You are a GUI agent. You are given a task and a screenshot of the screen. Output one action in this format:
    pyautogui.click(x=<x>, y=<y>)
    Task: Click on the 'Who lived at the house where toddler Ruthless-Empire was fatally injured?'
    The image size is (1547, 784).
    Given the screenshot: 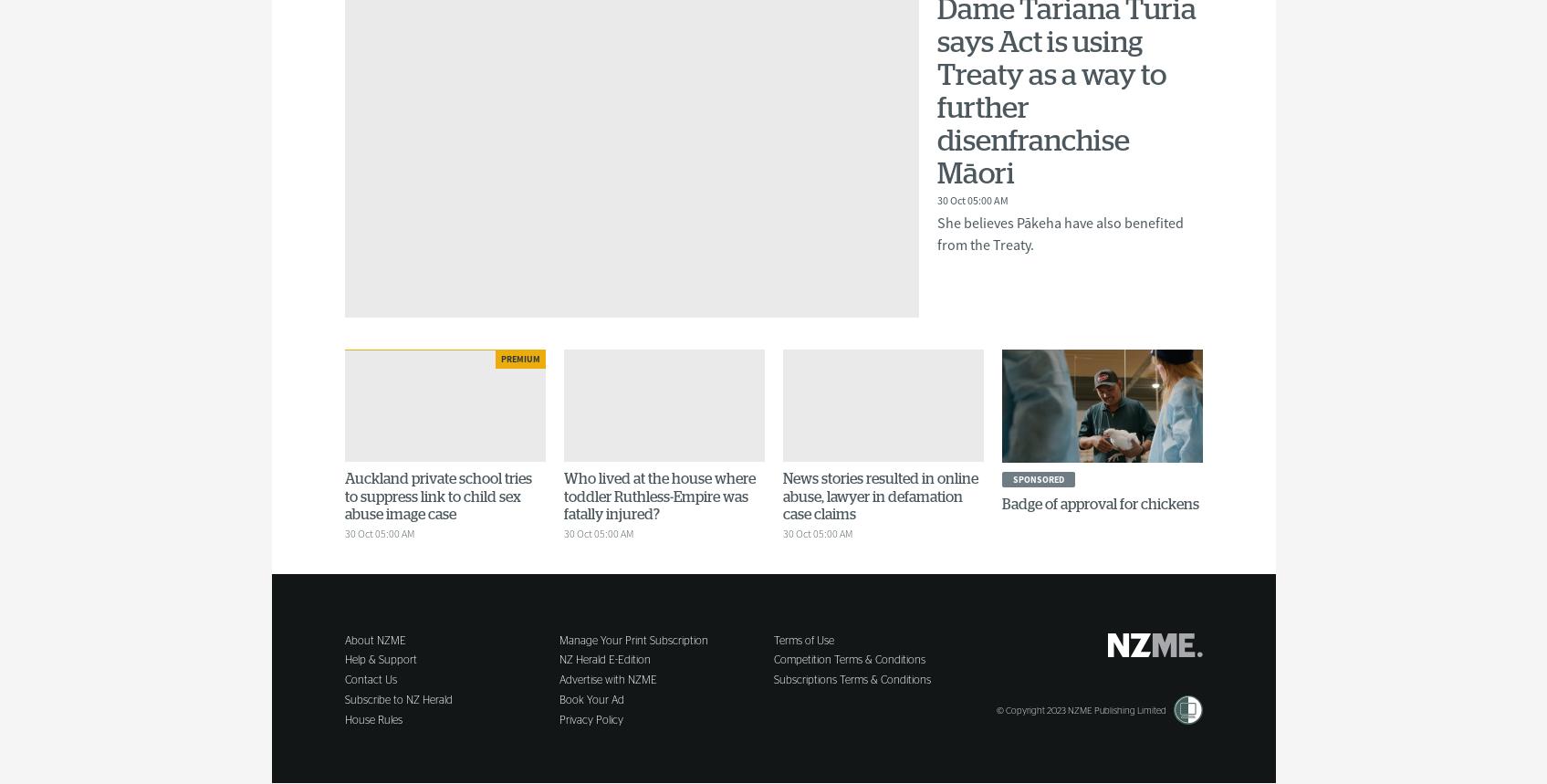 What is the action you would take?
    pyautogui.click(x=658, y=496)
    